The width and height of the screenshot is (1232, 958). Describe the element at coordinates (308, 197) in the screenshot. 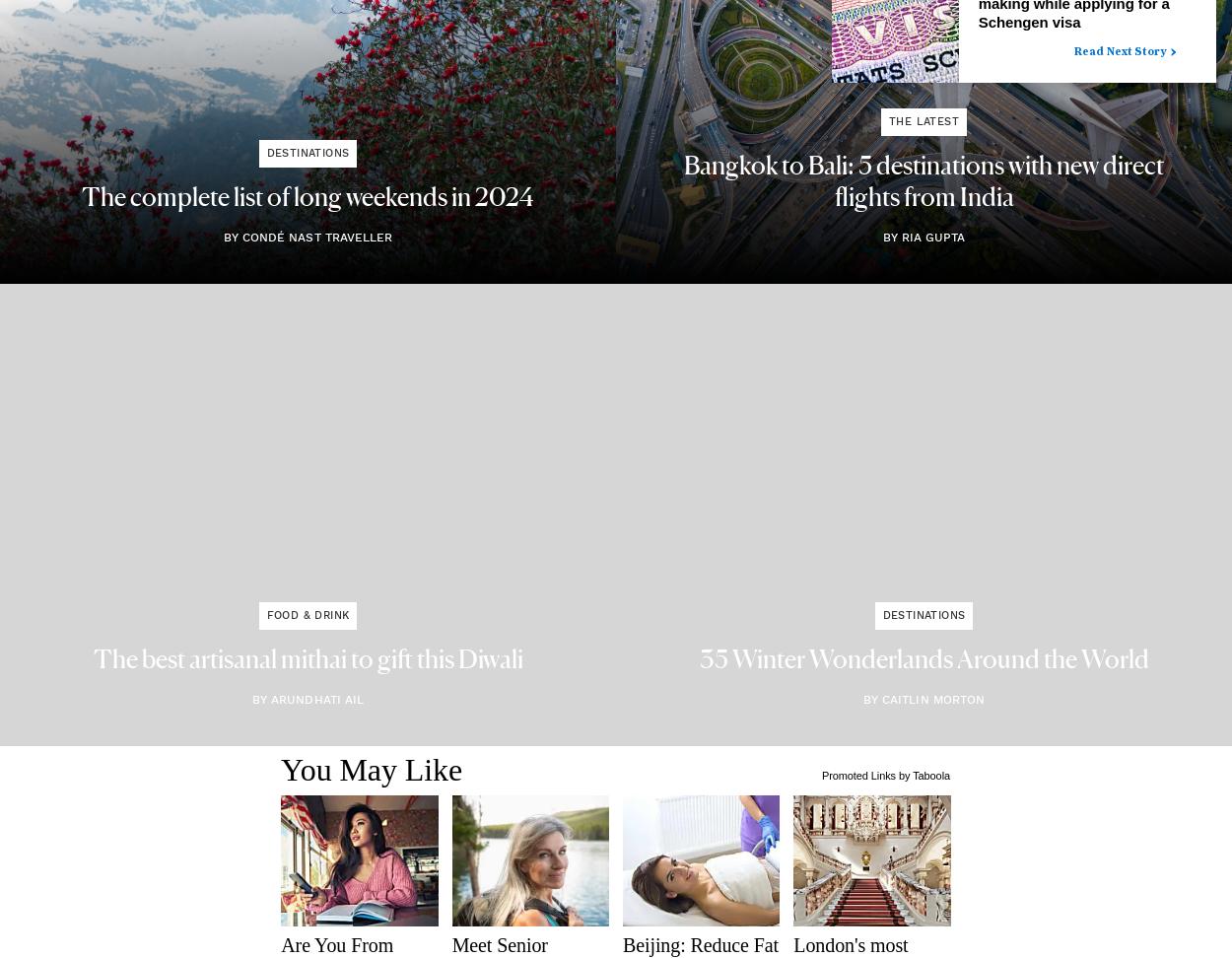

I see `'The complete list of long weekends in 2024'` at that location.